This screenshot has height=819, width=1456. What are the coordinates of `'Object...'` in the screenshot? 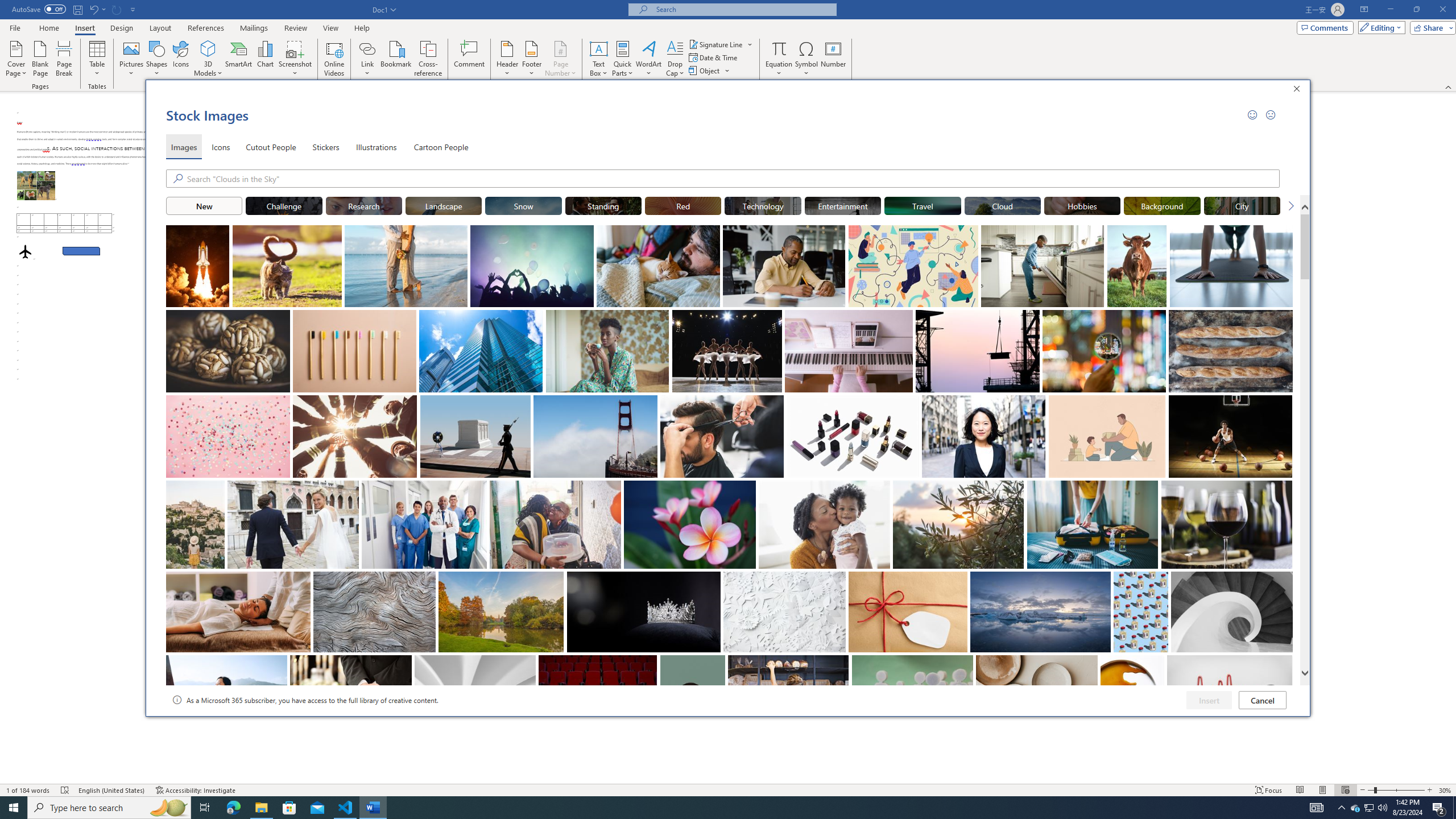 It's located at (705, 69).